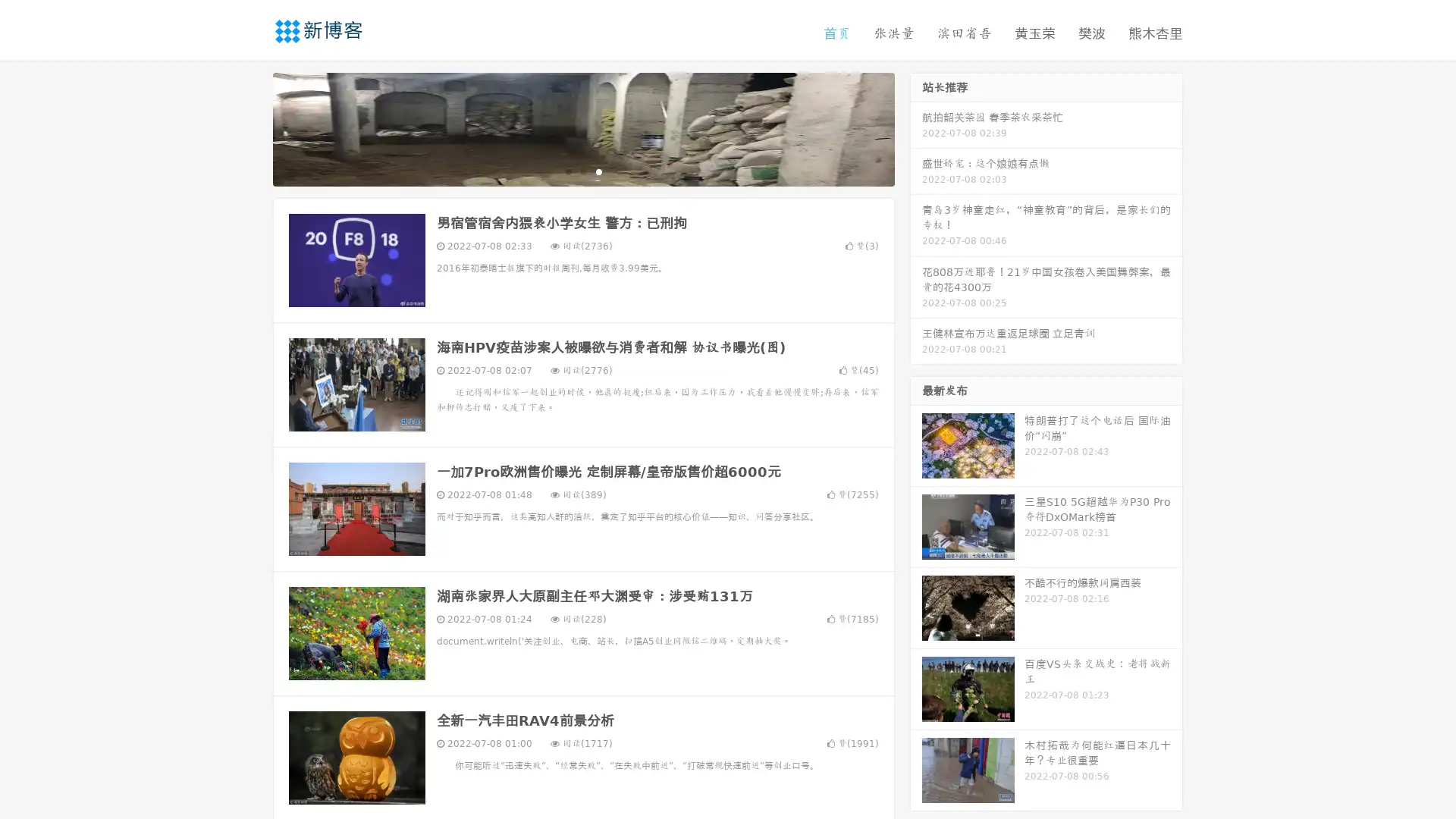  I want to click on Go to slide 1, so click(567, 171).